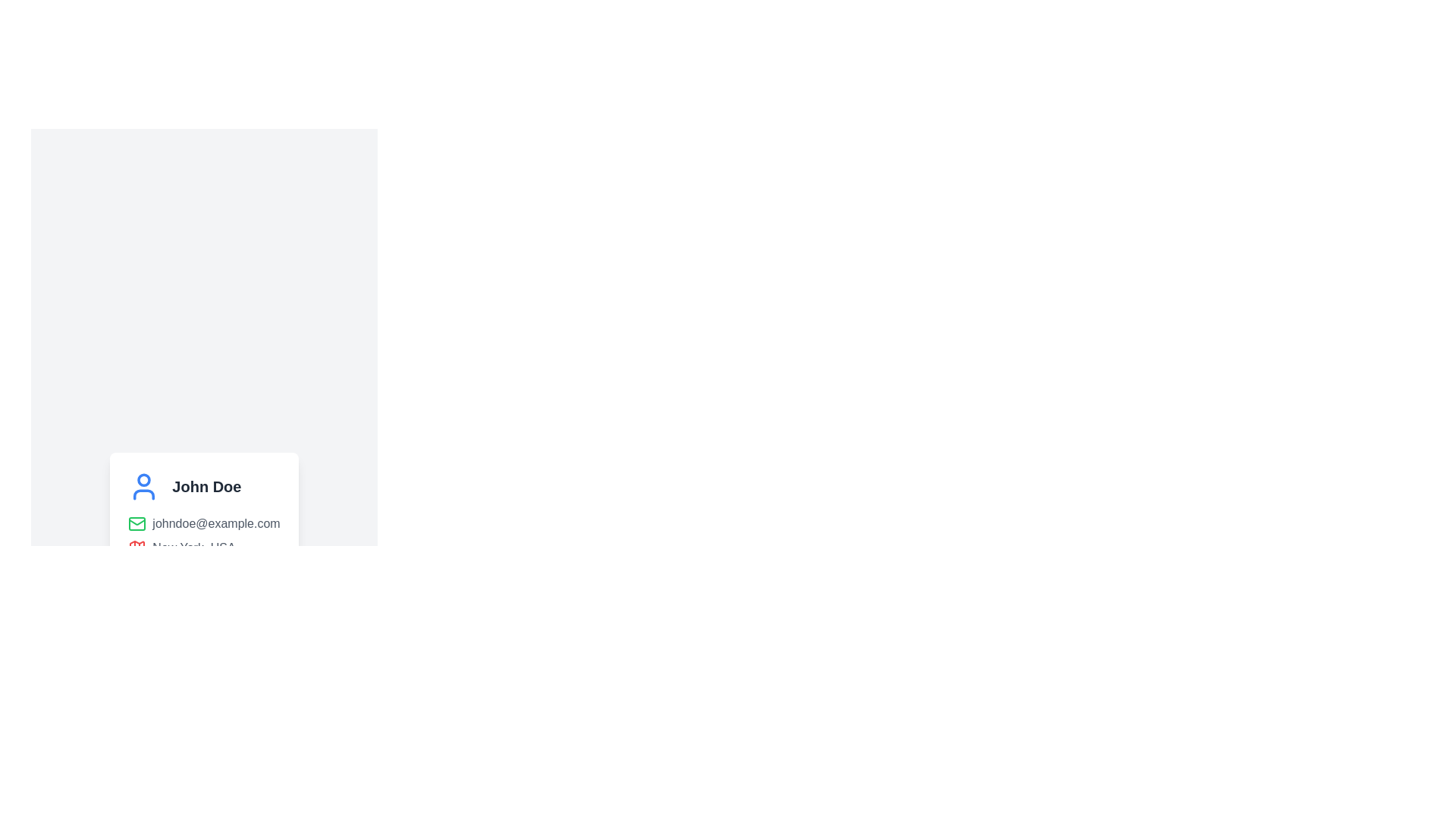 The width and height of the screenshot is (1456, 819). I want to click on the text label displaying 'New York, USA' located in the user information section of the UI card layout, so click(193, 548).